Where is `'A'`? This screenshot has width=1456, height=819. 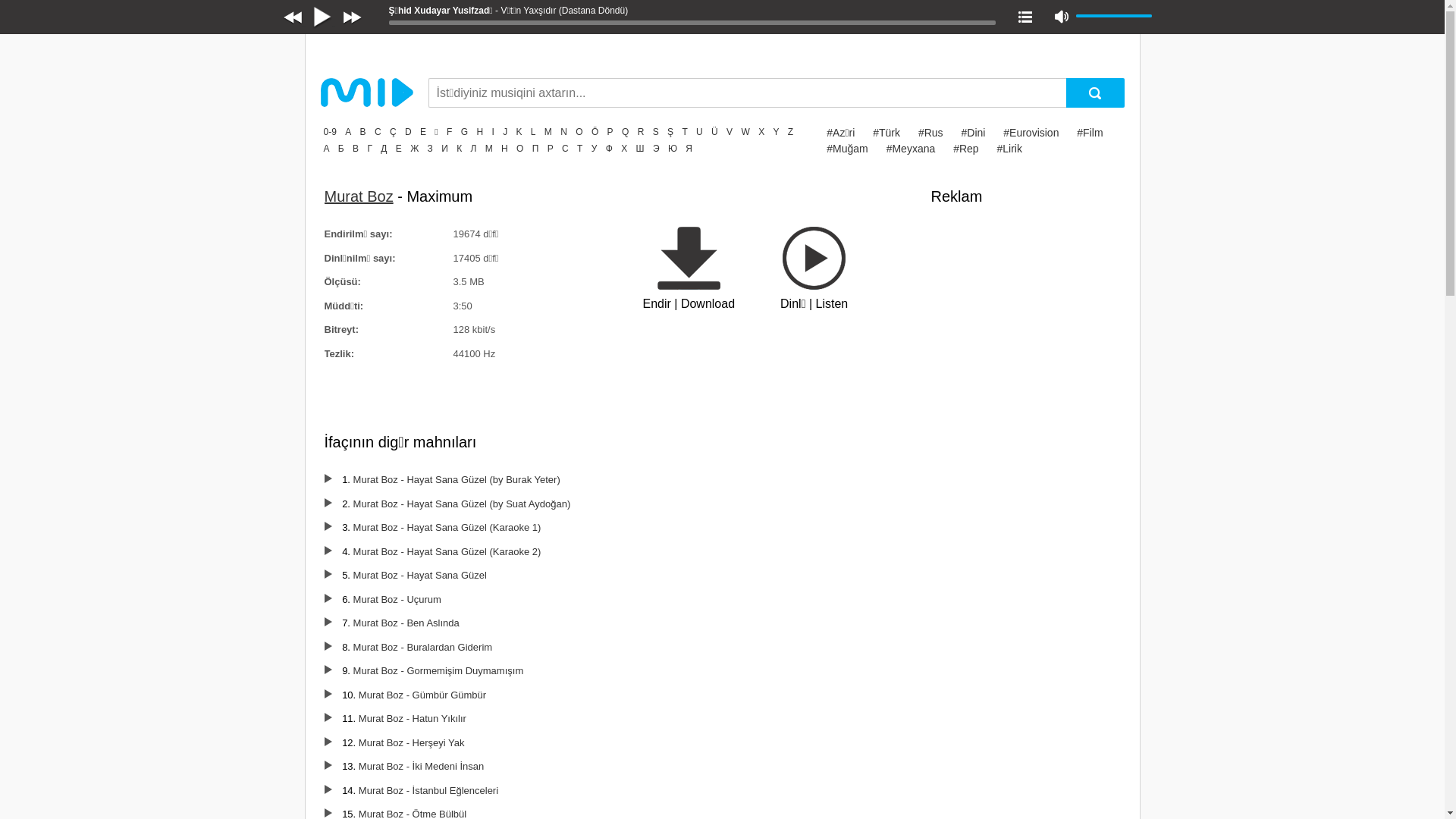 'A' is located at coordinates (347, 130).